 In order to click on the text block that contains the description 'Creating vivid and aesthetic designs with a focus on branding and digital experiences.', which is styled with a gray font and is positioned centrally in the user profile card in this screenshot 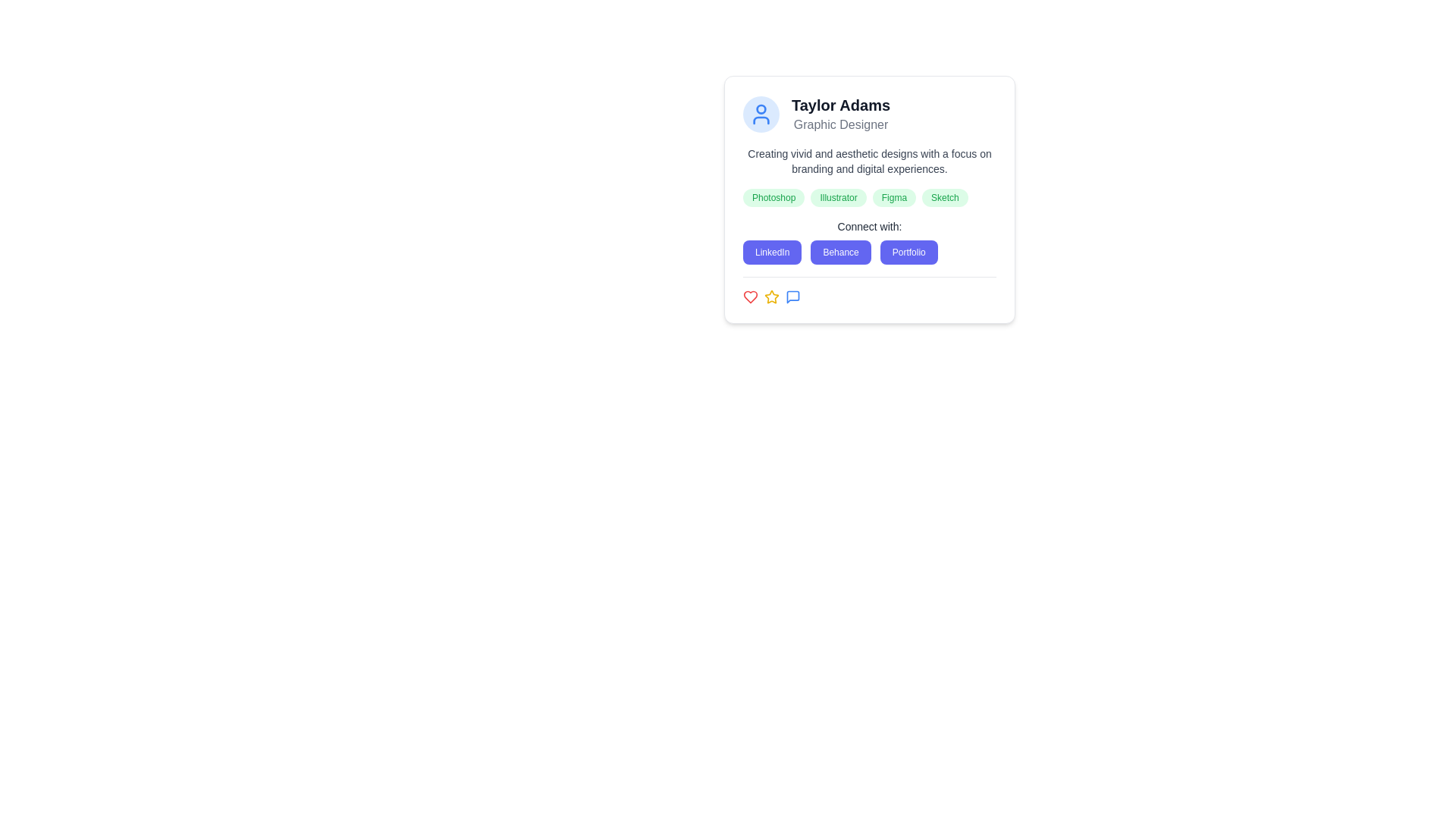, I will do `click(870, 161)`.